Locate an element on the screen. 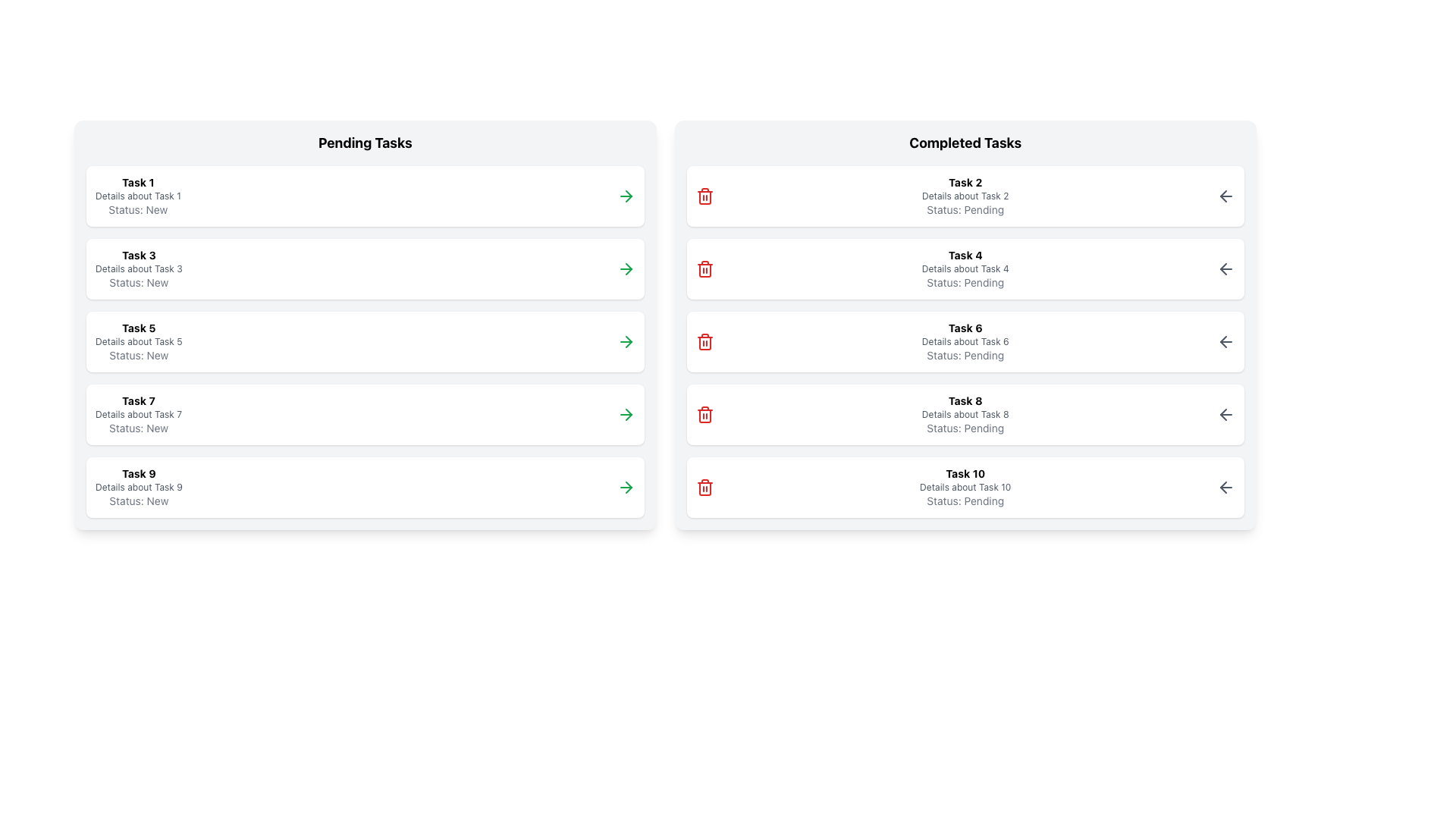 Image resolution: width=1456 pixels, height=819 pixels. the status indicator text labeled 'New' located in the 'Pending Tasks' section under 'Task 7' is located at coordinates (138, 428).